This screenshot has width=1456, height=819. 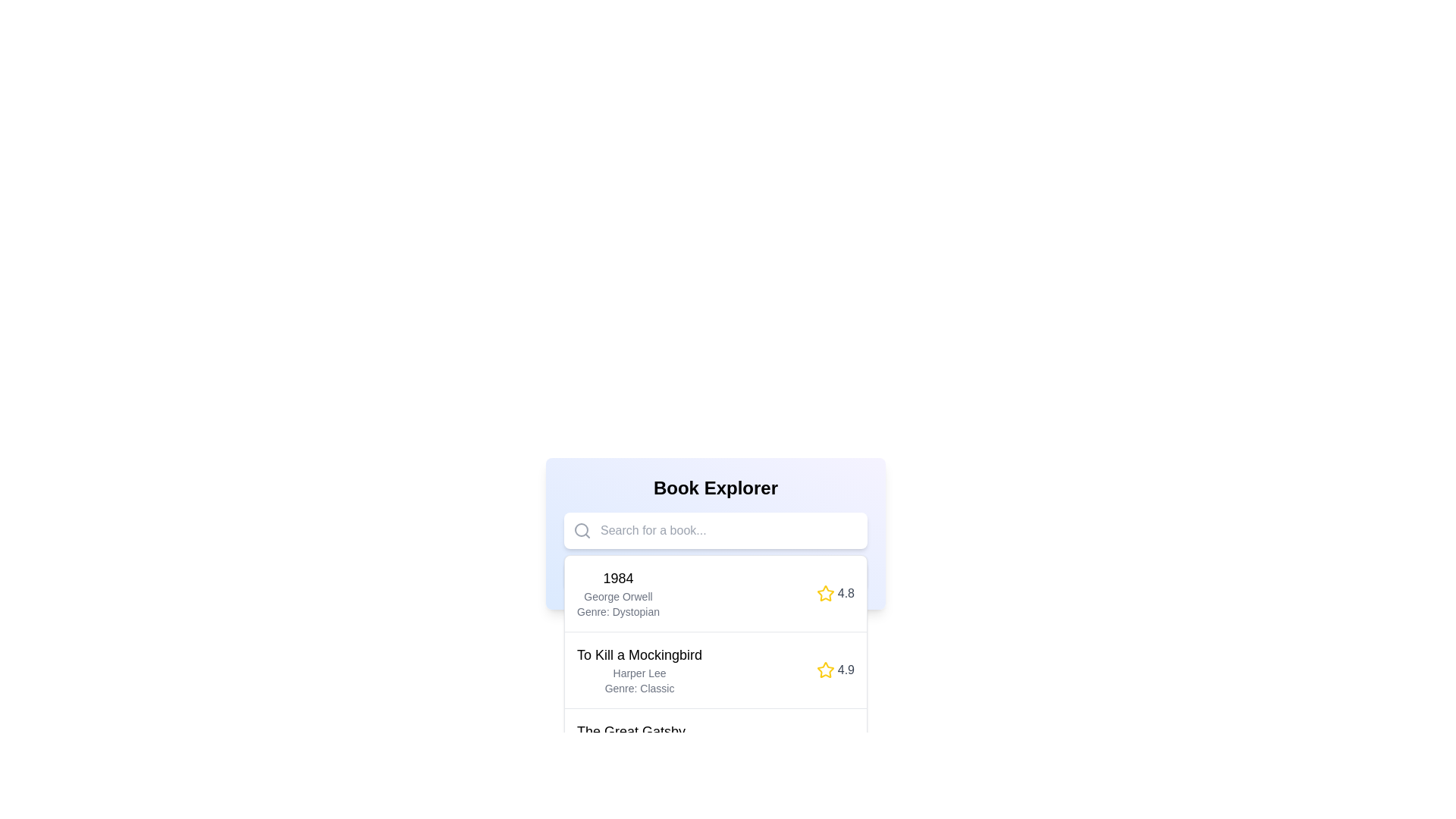 What do you see at coordinates (845, 669) in the screenshot?
I see `the text label displaying the numeric score for 'To Kill a Mockingbird', which is located to the right of the star rating icon and below the rating of '1984'` at bounding box center [845, 669].